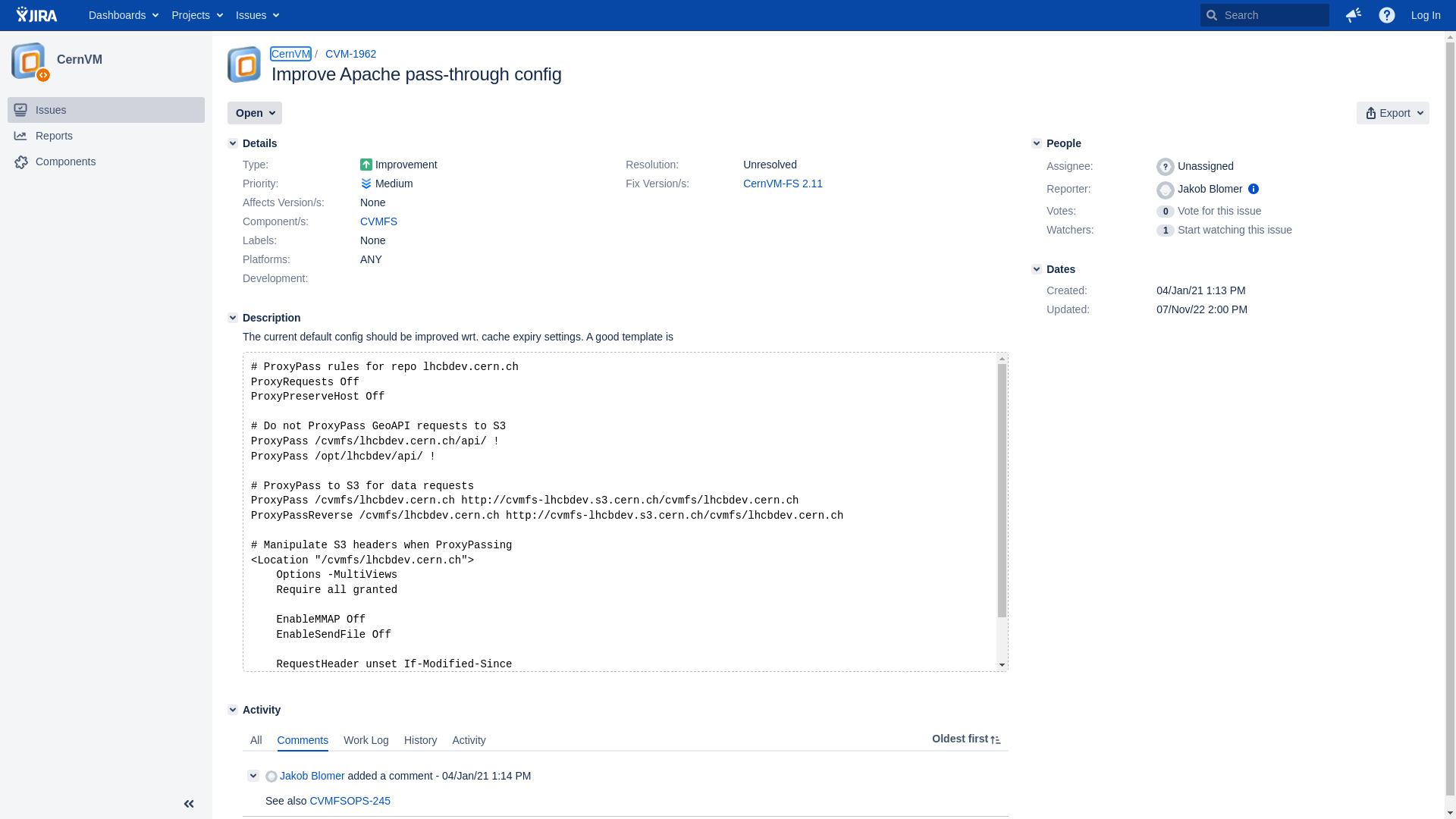  I want to click on 'Help', so click(1370, 14).